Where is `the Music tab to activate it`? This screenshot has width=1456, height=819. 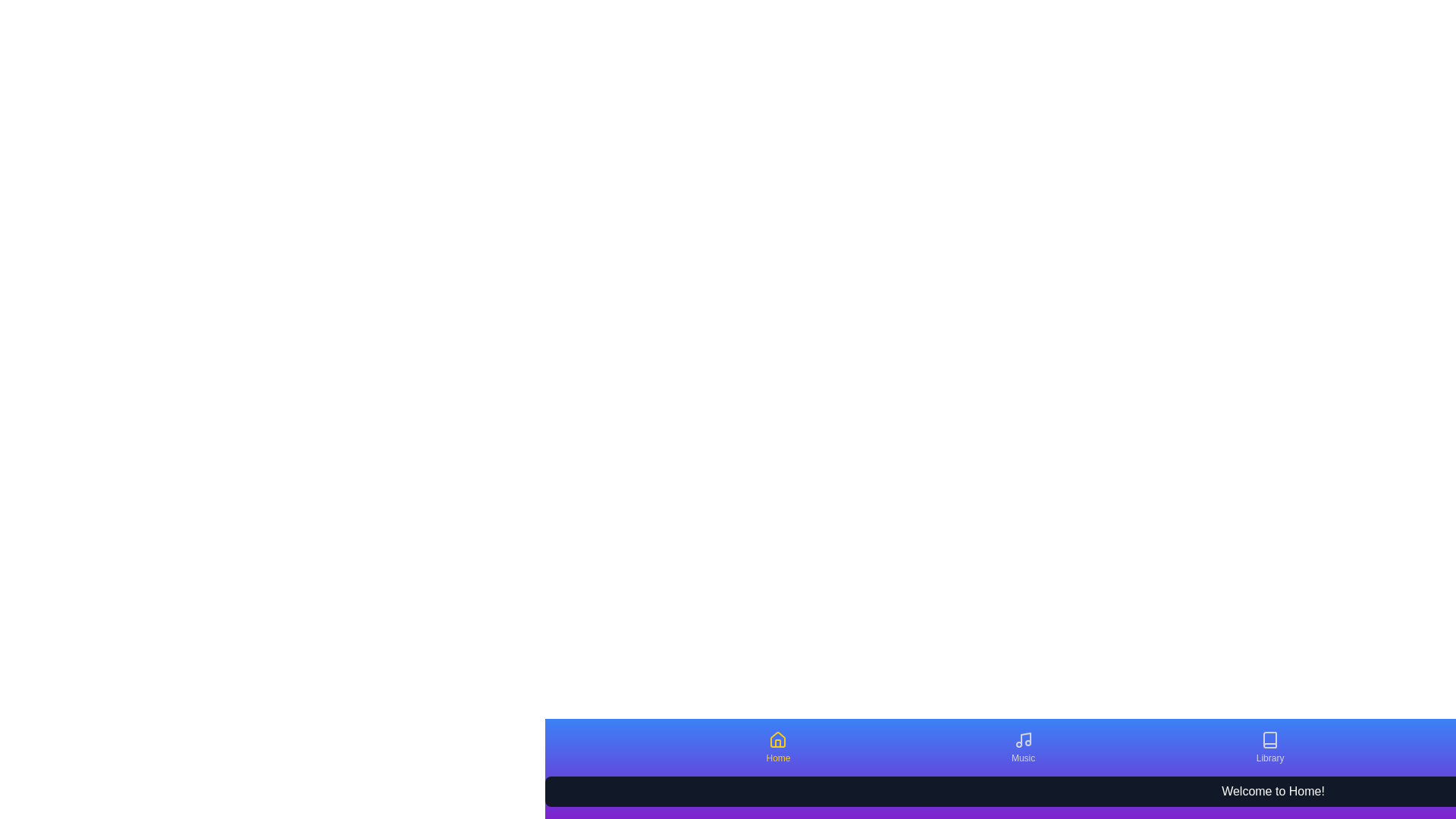
the Music tab to activate it is located at coordinates (1022, 747).